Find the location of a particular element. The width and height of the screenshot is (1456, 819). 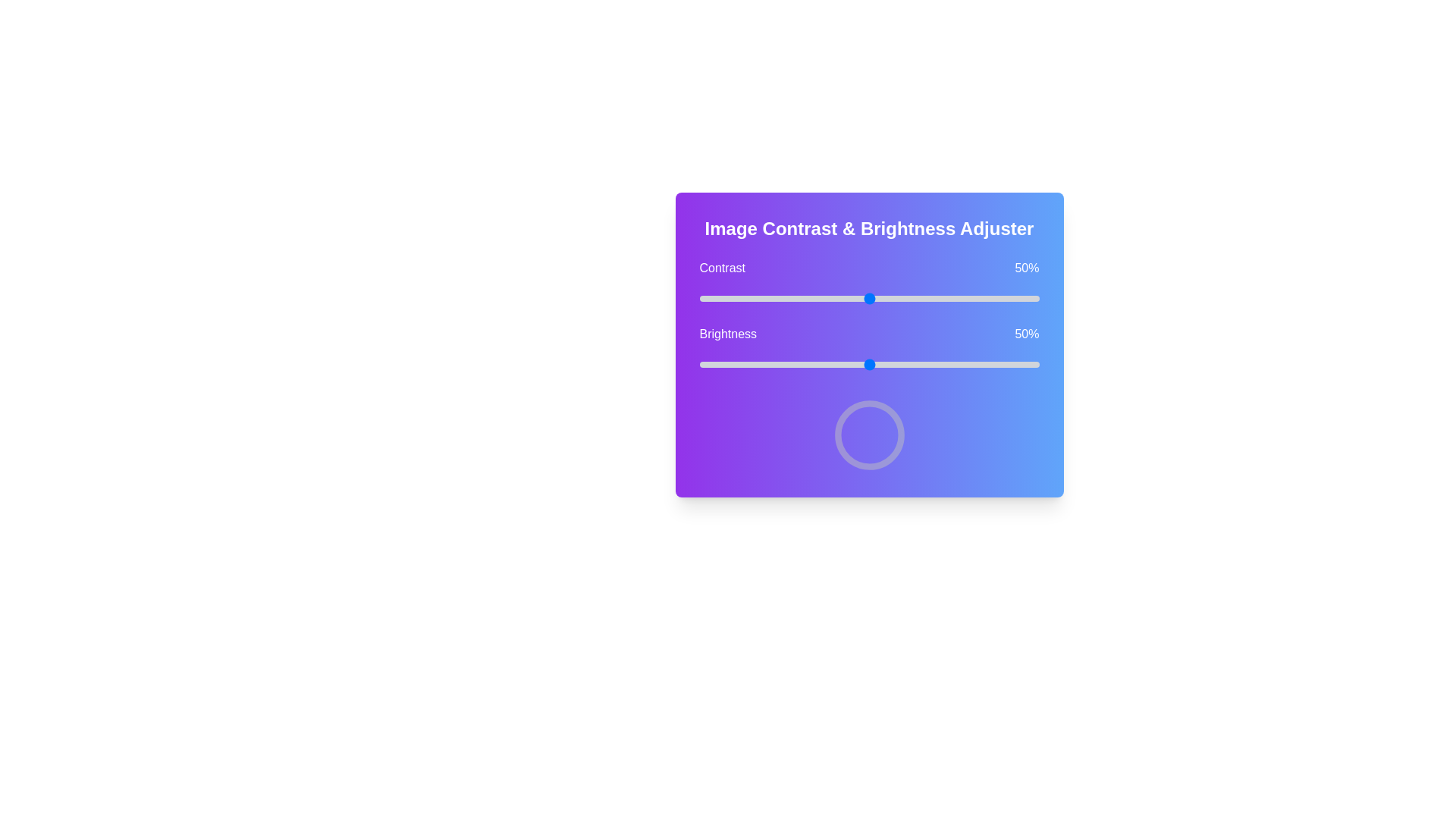

the contrast to 57% using the slider is located at coordinates (893, 298).